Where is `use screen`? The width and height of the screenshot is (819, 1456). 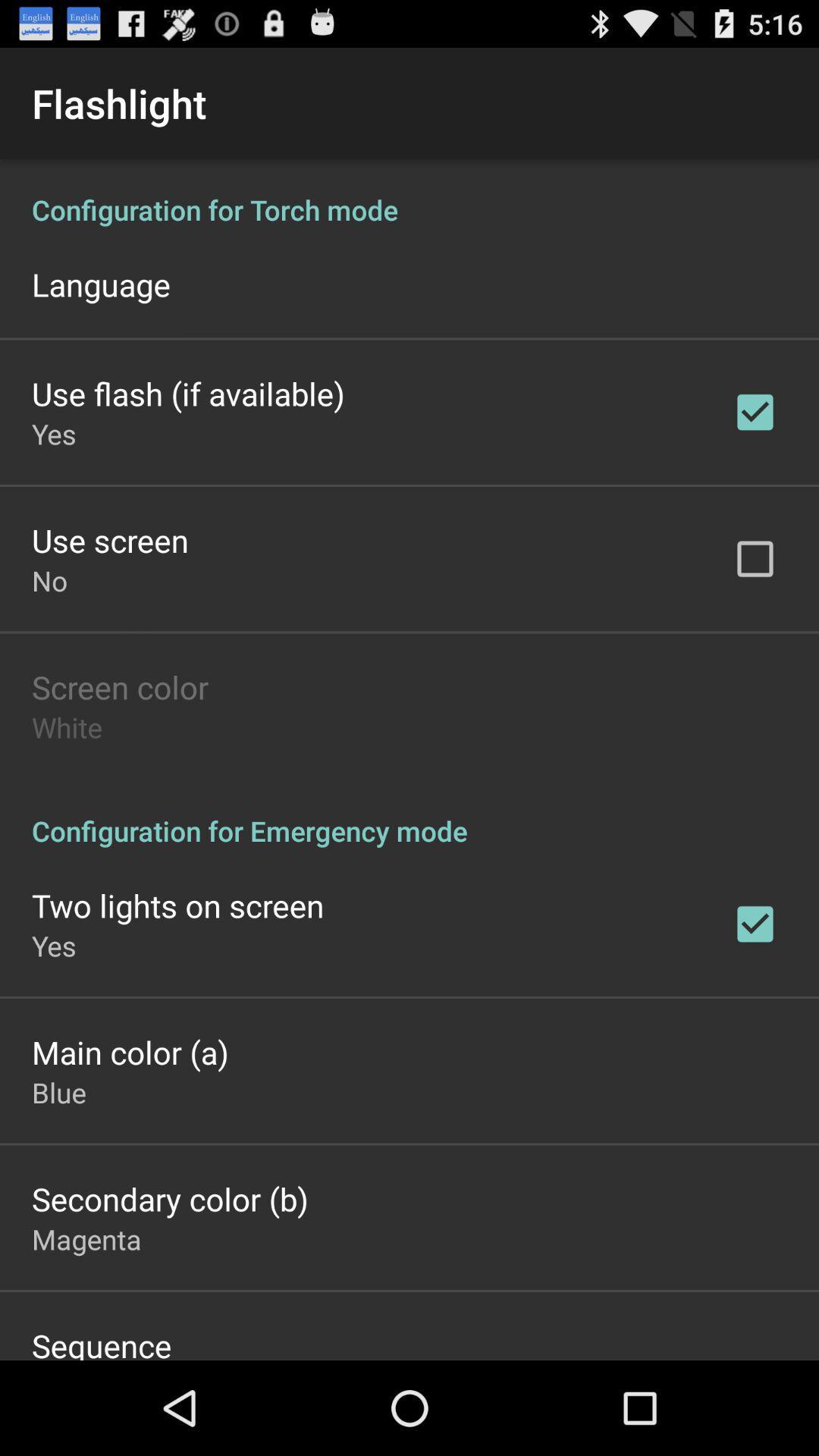
use screen is located at coordinates (109, 540).